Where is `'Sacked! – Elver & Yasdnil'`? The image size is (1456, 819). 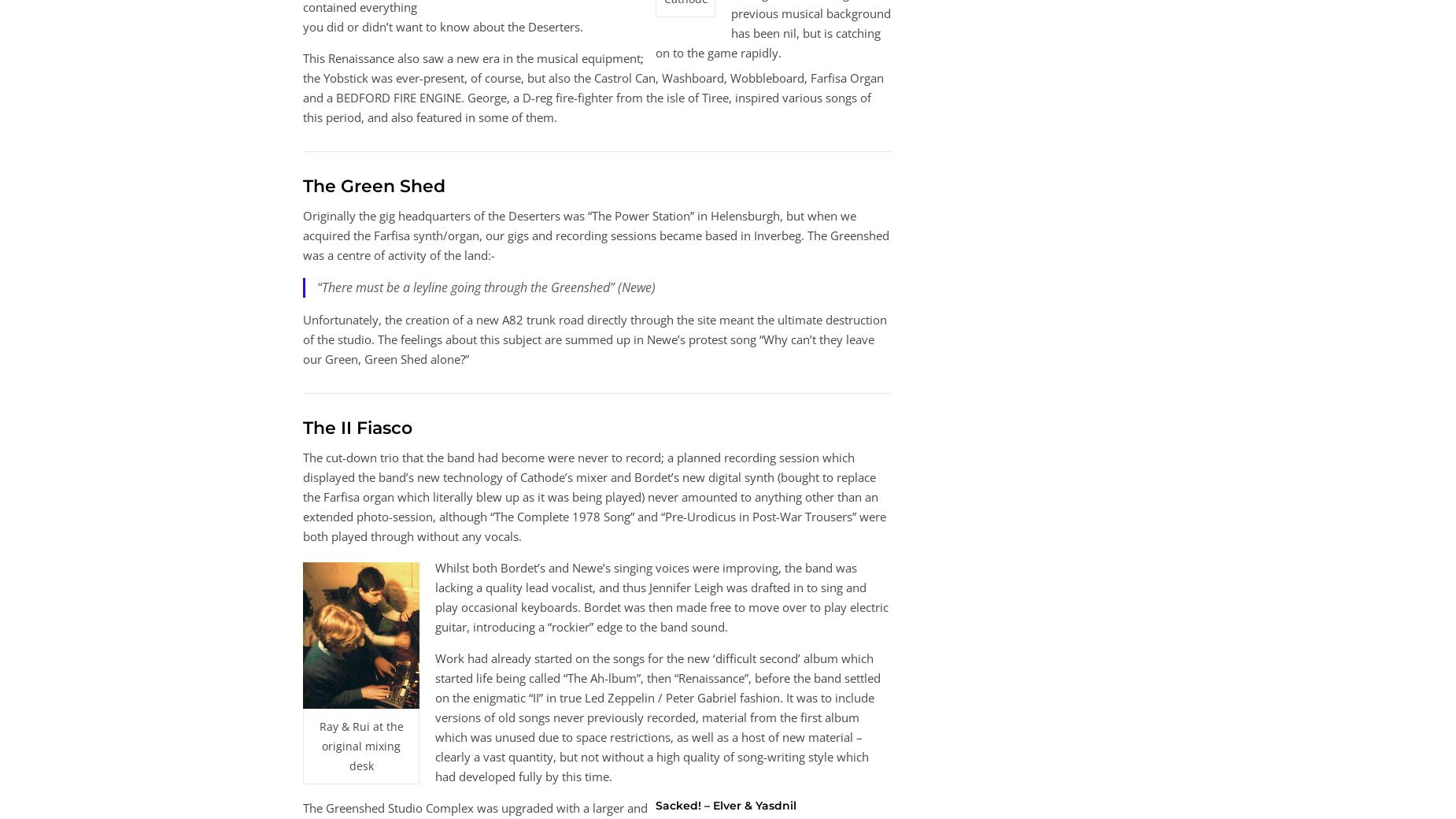
'Sacked! – Elver & Yasdnil' is located at coordinates (726, 806).